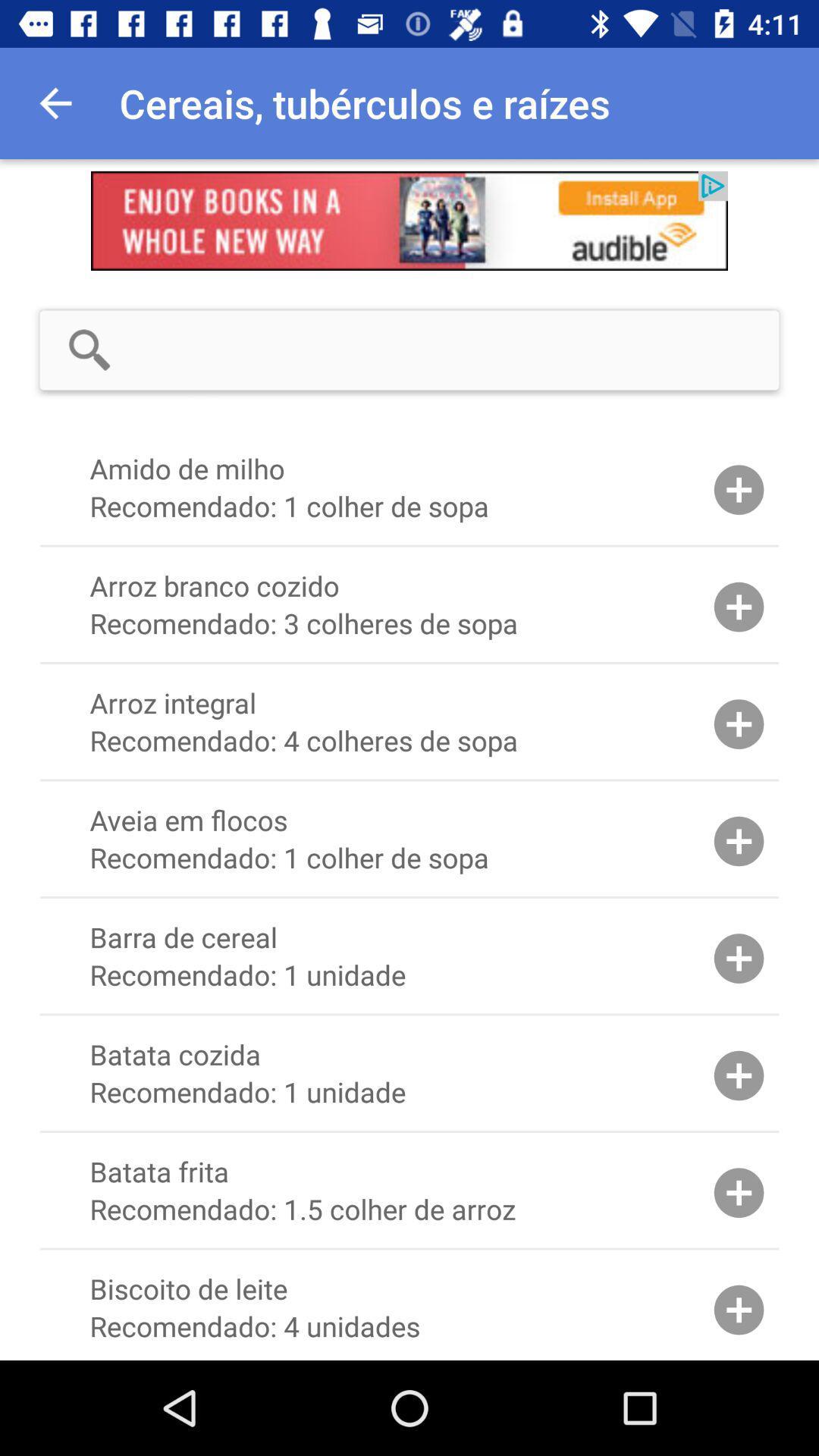 This screenshot has width=819, height=1456. Describe the element at coordinates (409, 220) in the screenshot. I see `open` at that location.